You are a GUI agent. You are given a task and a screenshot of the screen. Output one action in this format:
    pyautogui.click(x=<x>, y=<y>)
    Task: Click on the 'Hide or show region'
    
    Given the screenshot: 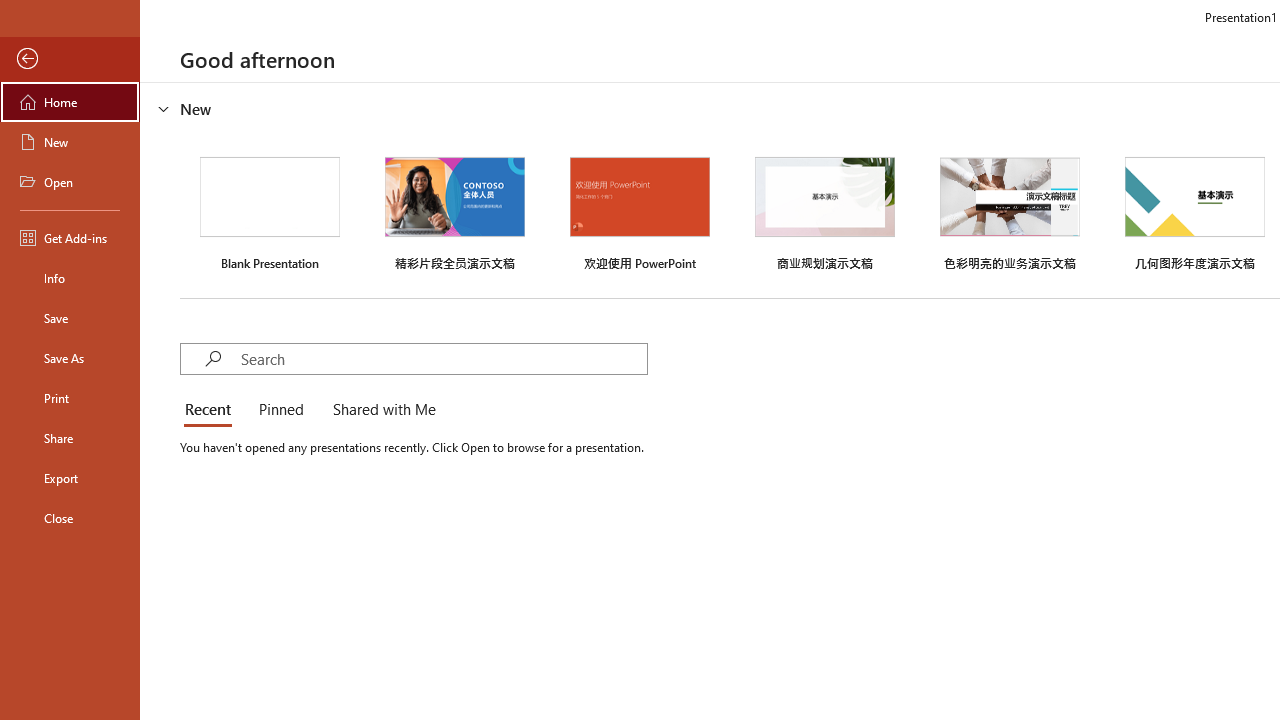 What is the action you would take?
    pyautogui.click(x=164, y=109)
    